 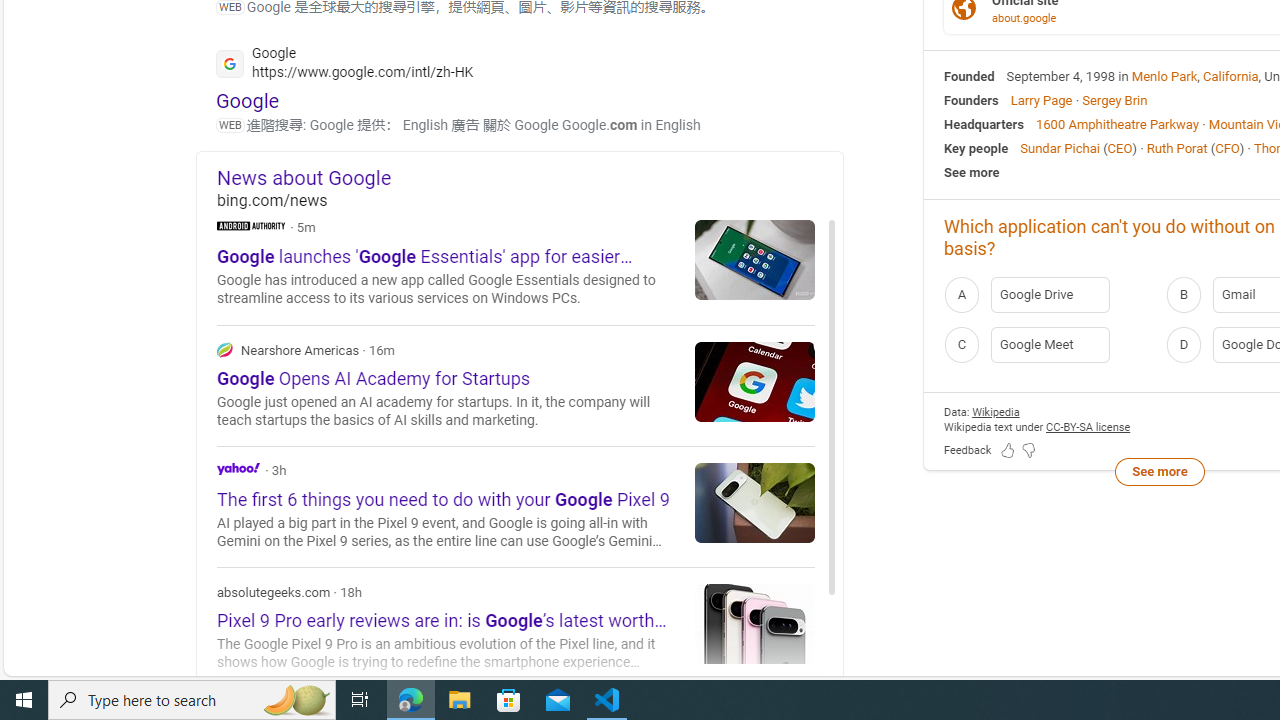 I want to click on 'CEO', so click(x=1120, y=146).